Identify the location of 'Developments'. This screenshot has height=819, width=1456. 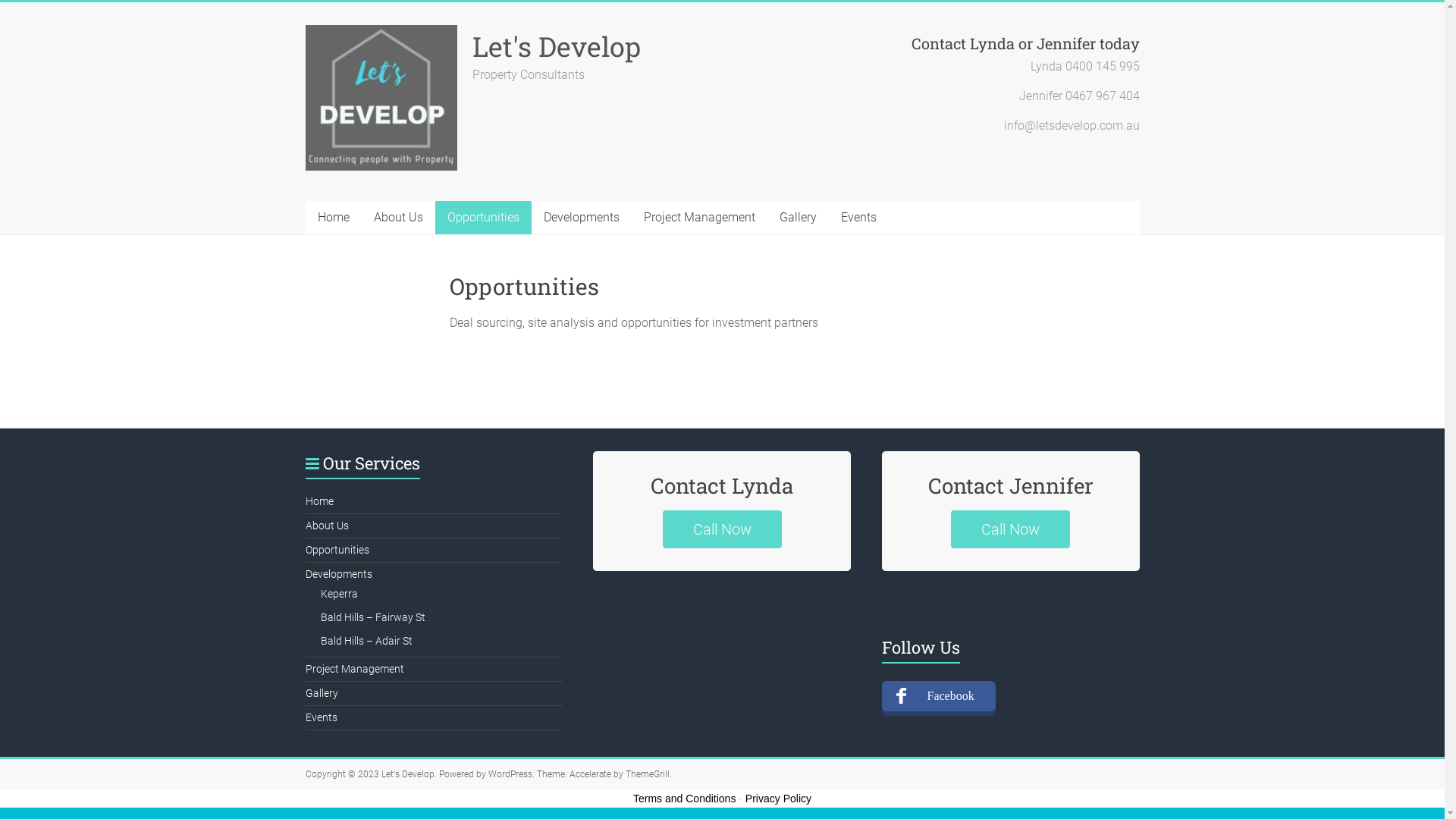
(337, 573).